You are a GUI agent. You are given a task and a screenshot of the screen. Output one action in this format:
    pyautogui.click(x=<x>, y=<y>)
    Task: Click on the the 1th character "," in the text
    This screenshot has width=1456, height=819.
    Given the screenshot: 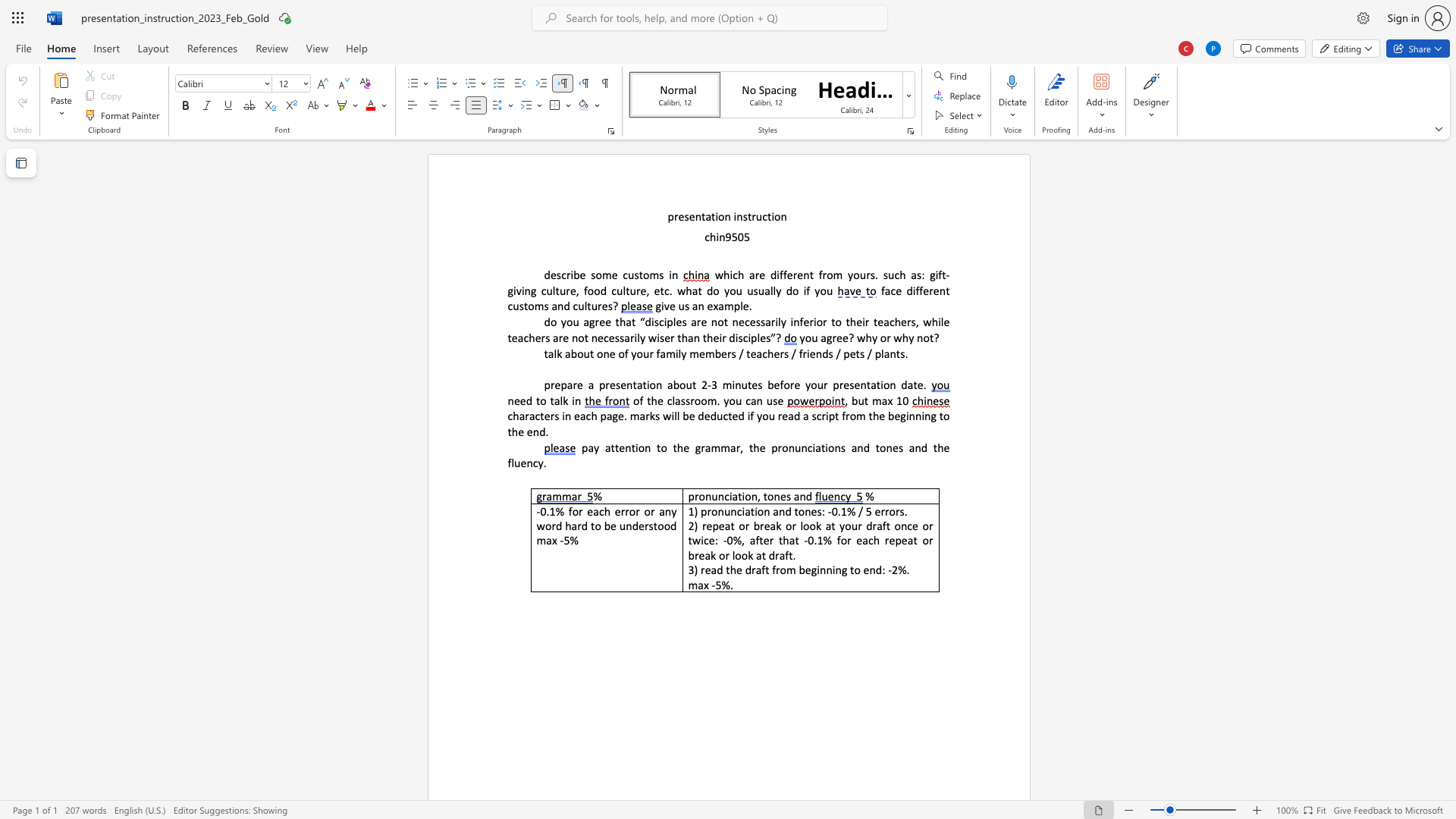 What is the action you would take?
    pyautogui.click(x=759, y=496)
    